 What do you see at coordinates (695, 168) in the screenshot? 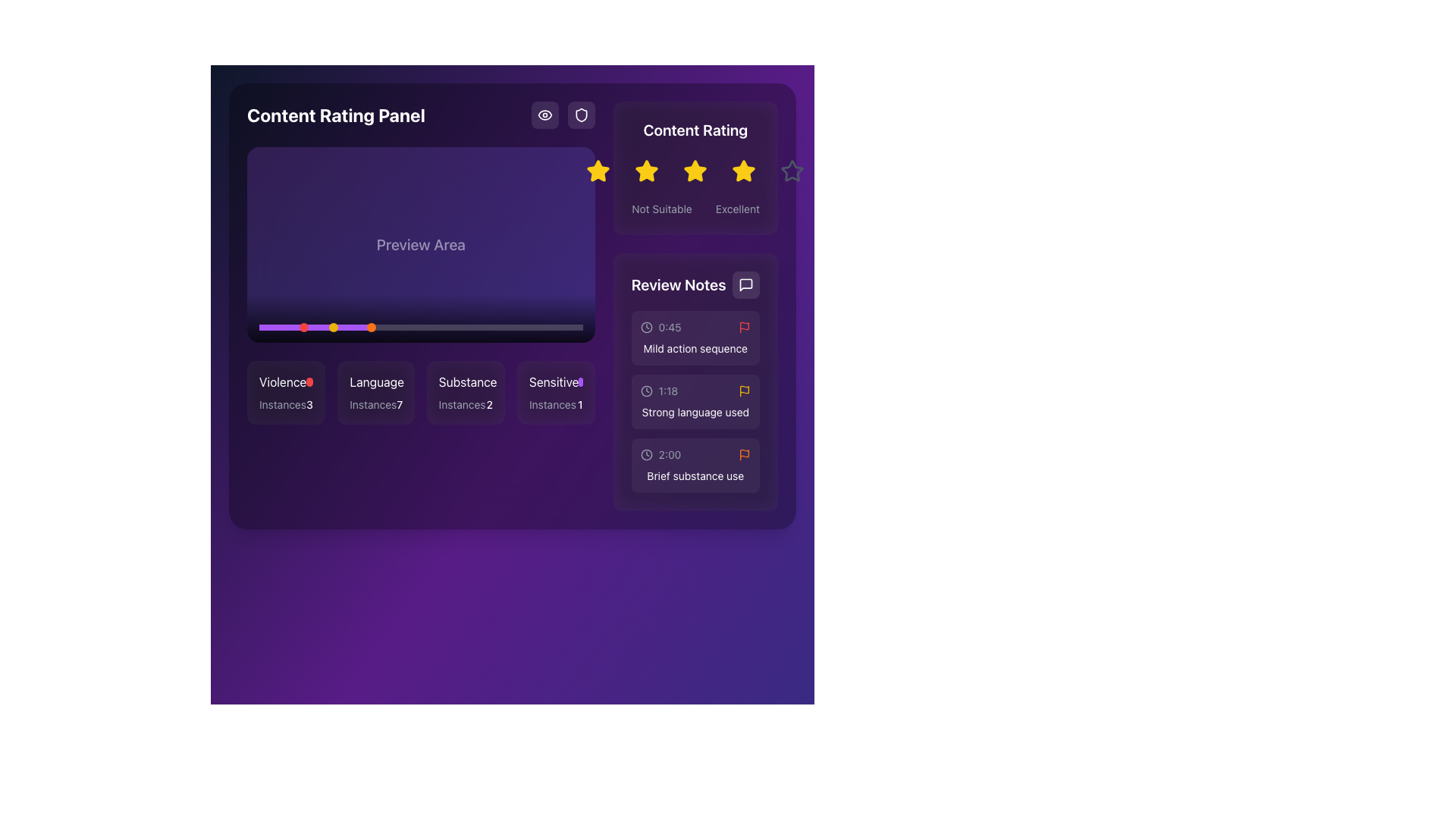
I see `any star in the 'Content Rating' section` at bounding box center [695, 168].